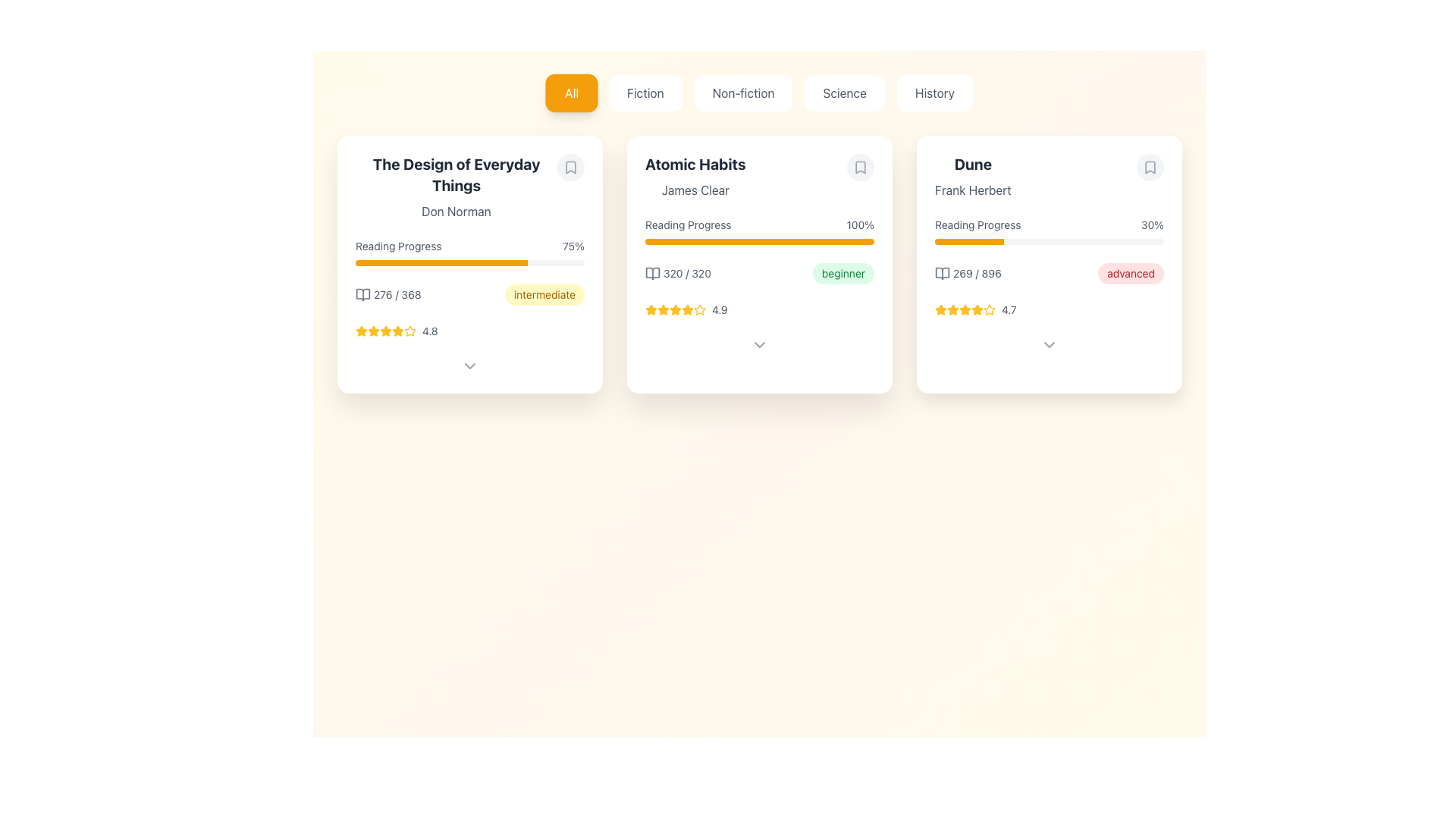 This screenshot has height=819, width=1456. I want to click on the fifth star icon in the star rating system within the card titled 'The Design of Everyday Things', so click(397, 330).